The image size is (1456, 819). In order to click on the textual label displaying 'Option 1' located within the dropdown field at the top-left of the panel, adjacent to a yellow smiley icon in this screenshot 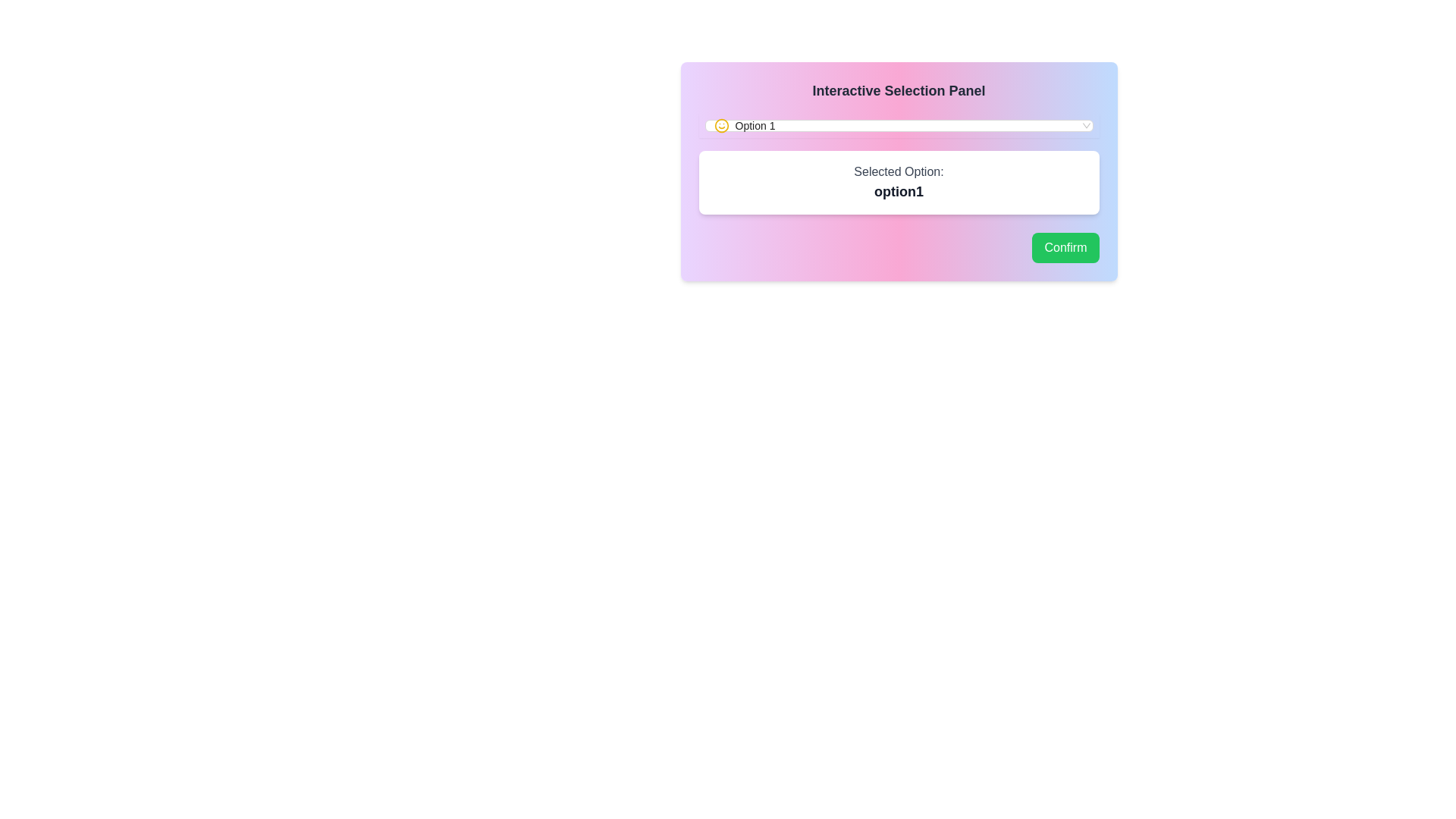, I will do `click(755, 124)`.